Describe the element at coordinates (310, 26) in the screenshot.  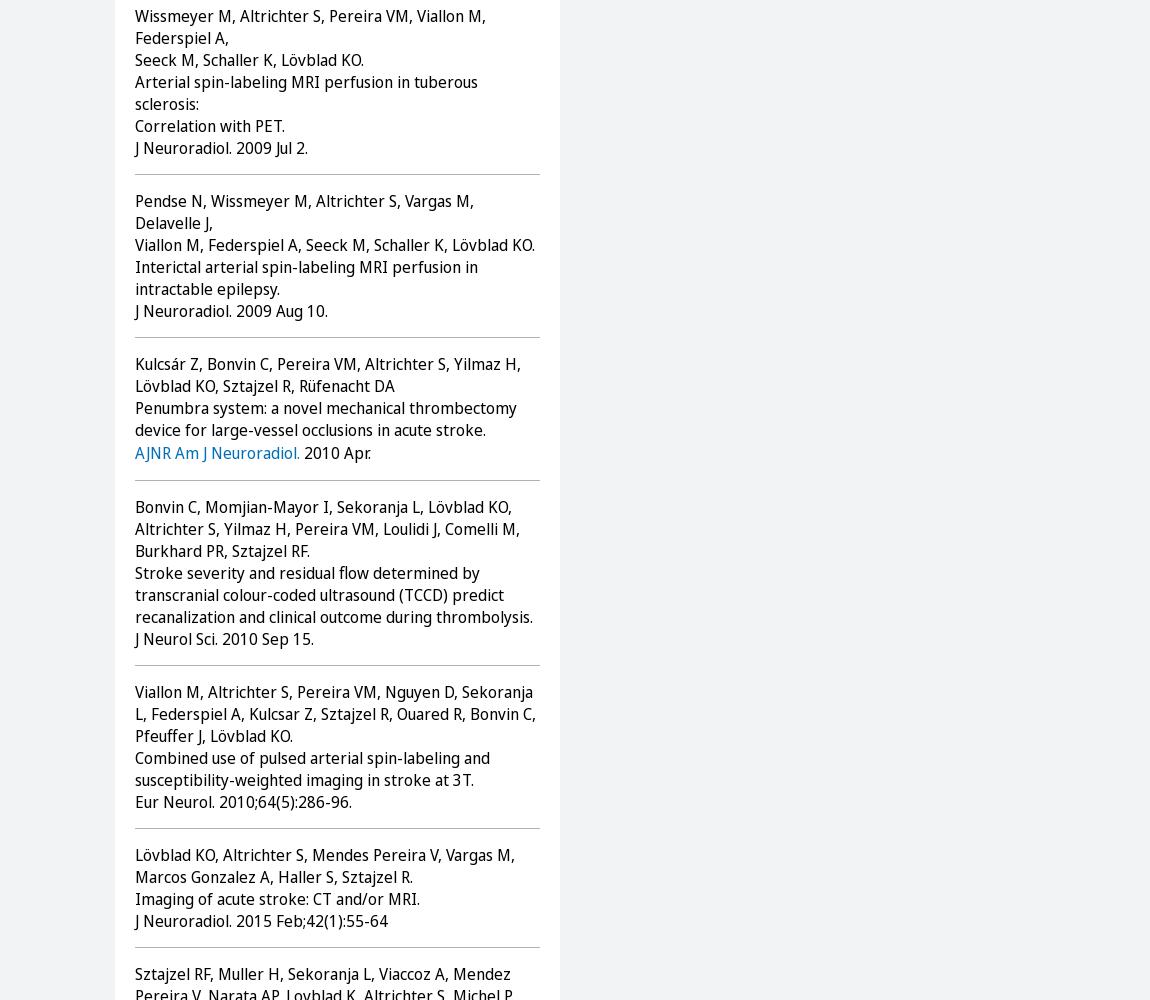
I see `'Wissmeyer M, Altrichter S, Pereira VM, Viallon M, Federspiel A,'` at that location.